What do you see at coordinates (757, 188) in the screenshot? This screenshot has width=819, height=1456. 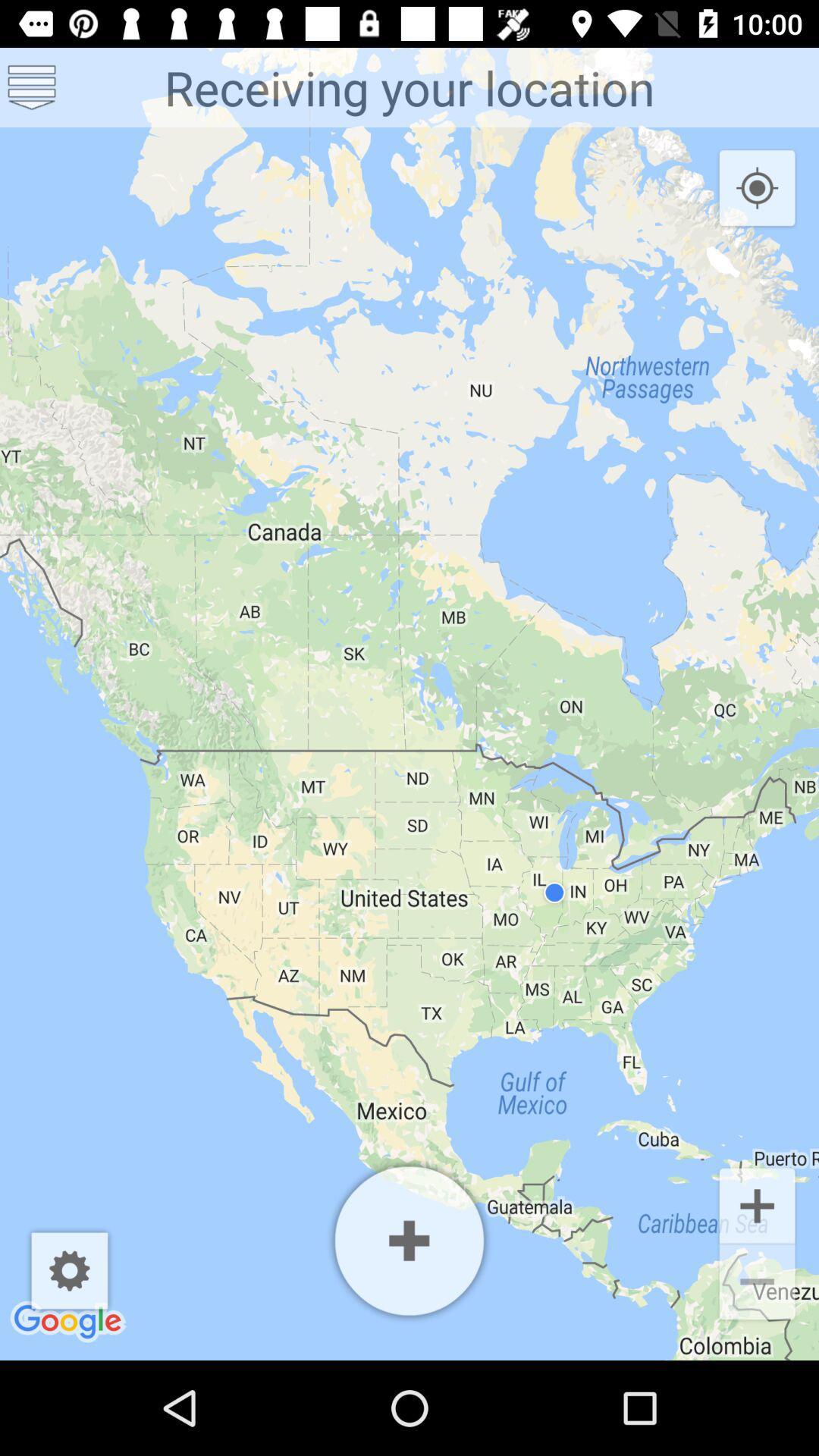 I see `the location_crosshair icon` at bounding box center [757, 188].